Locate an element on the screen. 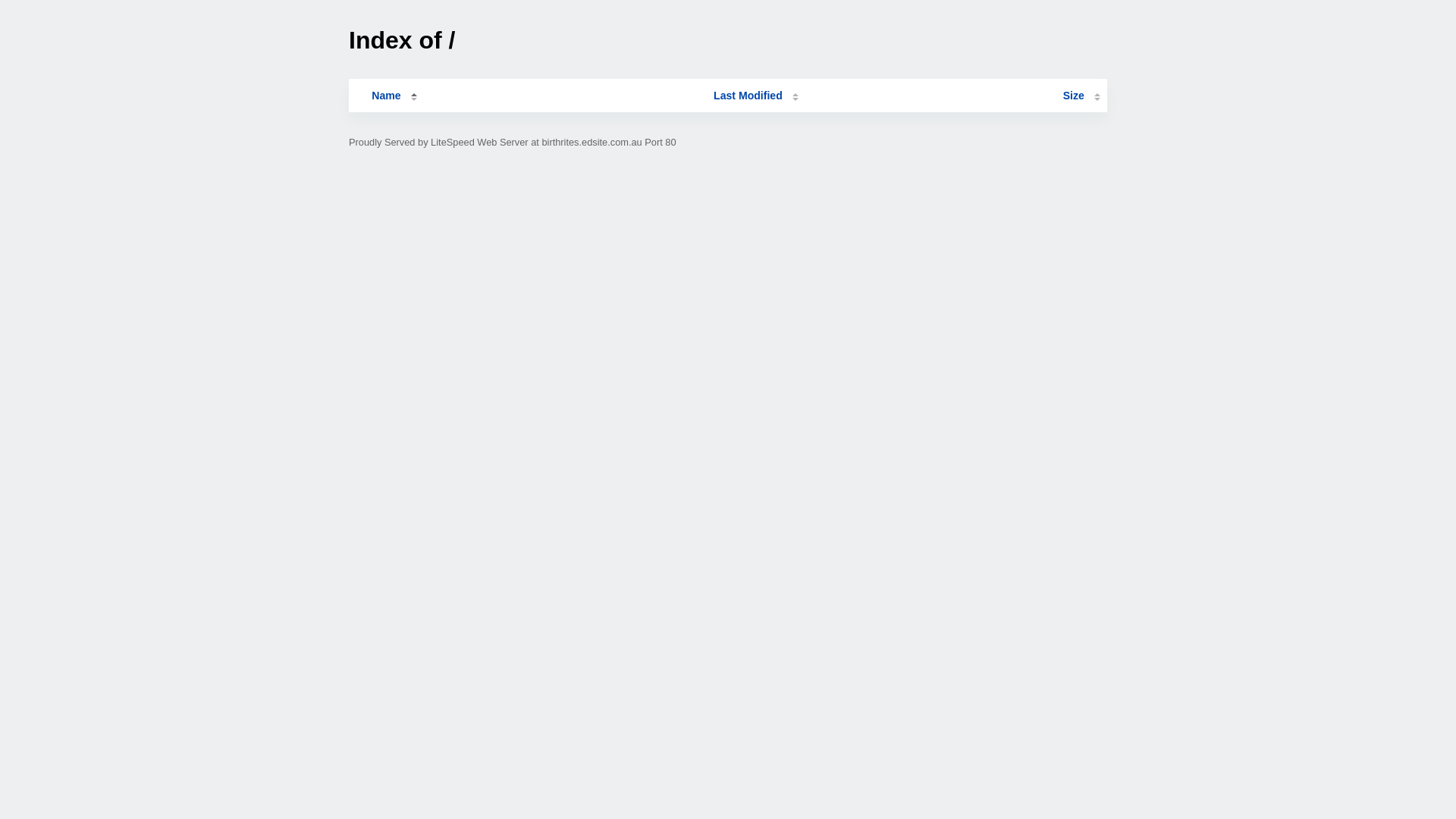 This screenshot has height=819, width=1456. 'Name' is located at coordinates (385, 96).